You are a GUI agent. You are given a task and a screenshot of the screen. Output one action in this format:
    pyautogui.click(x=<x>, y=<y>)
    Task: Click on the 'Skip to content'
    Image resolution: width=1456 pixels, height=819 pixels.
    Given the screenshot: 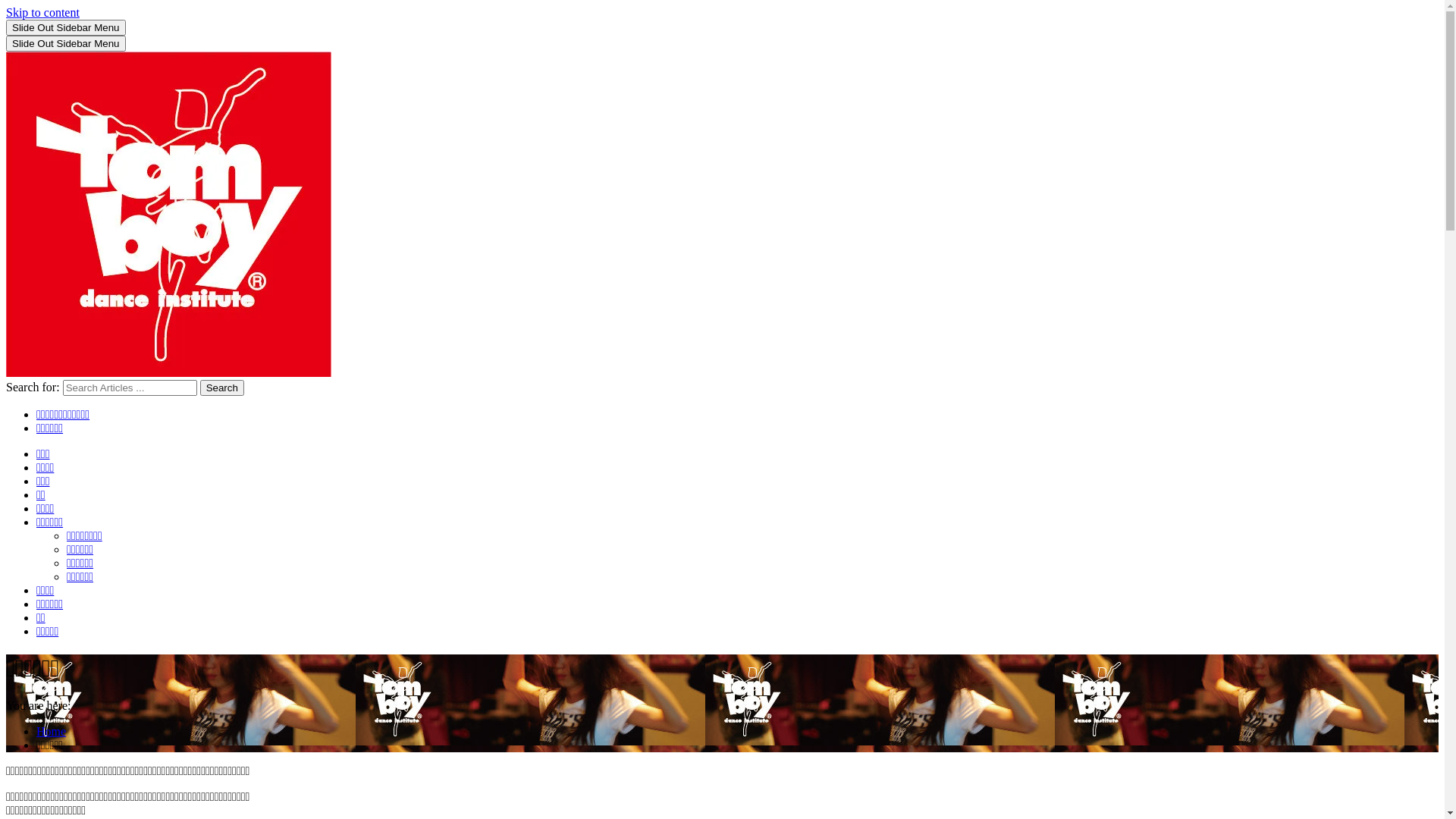 What is the action you would take?
    pyautogui.click(x=6, y=12)
    